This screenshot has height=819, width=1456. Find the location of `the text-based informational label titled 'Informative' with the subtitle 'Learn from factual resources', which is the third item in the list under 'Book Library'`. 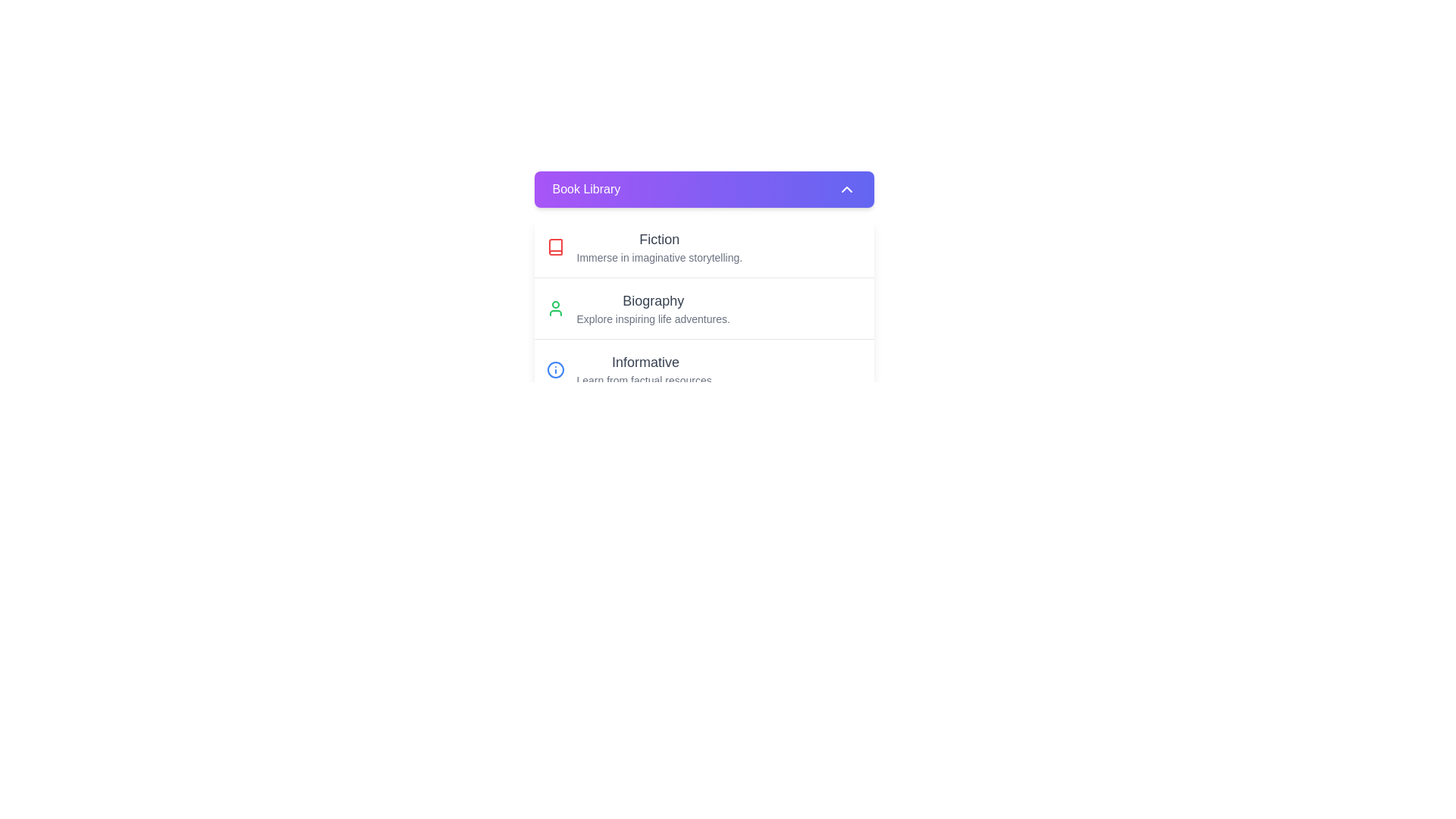

the text-based informational label titled 'Informative' with the subtitle 'Learn from factual resources', which is the third item in the list under 'Book Library' is located at coordinates (645, 370).